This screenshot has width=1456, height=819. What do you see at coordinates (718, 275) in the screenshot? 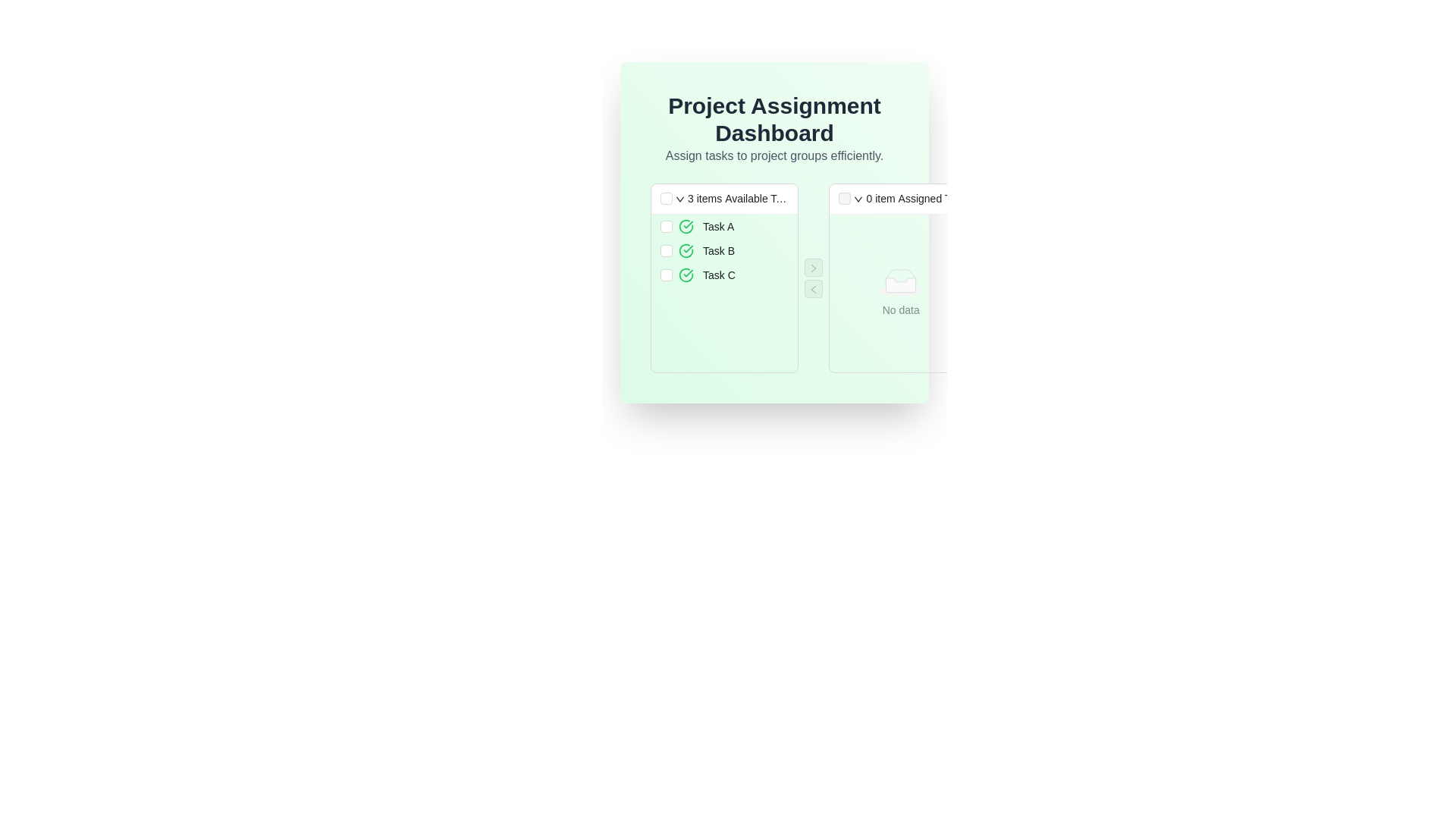
I see `the text label displaying 'Task C'` at bounding box center [718, 275].